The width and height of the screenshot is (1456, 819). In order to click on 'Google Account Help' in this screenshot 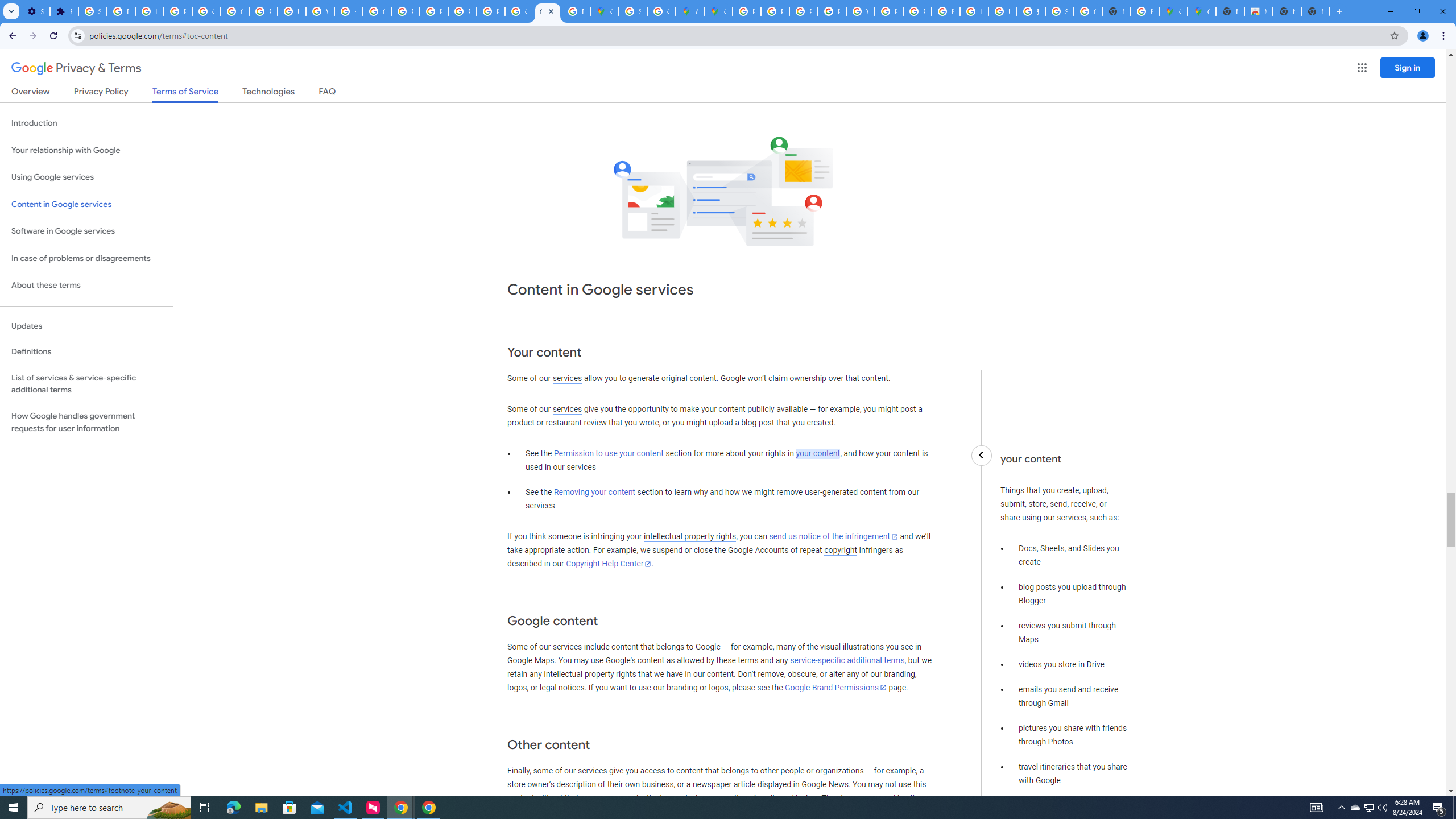, I will do `click(206, 11)`.